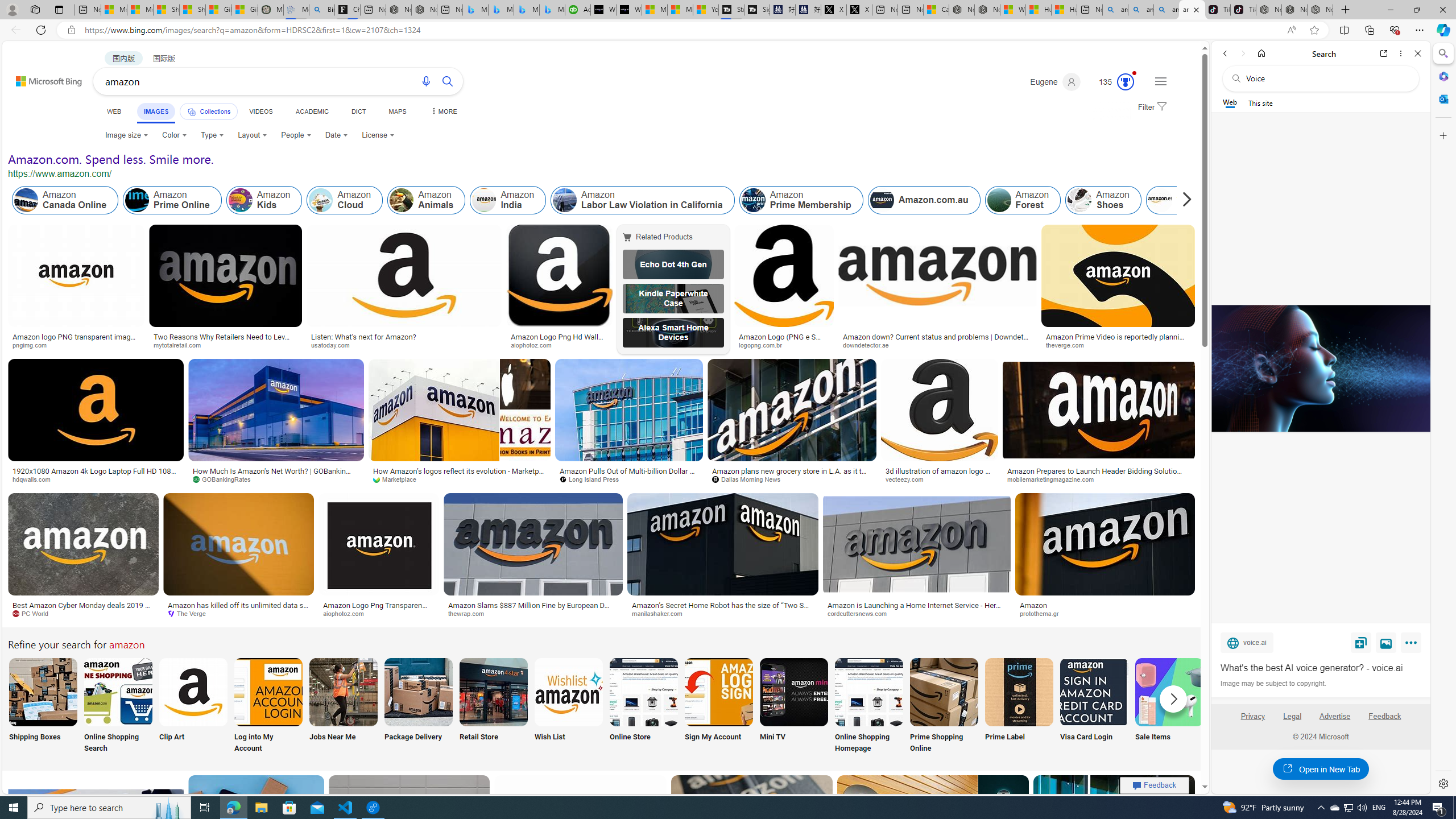  I want to click on 'Customize', so click(1442, 135).